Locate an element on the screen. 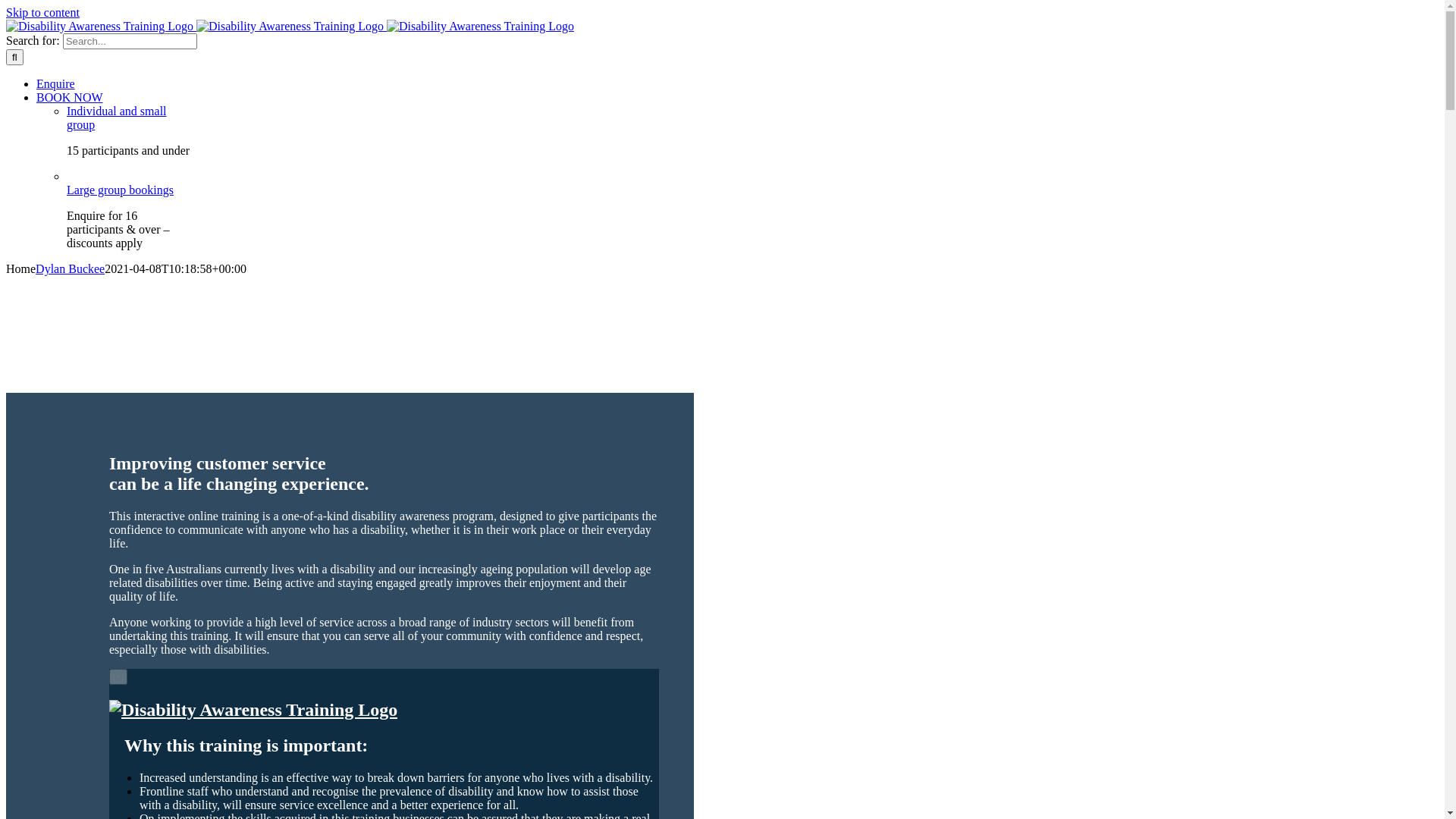  'Individual and small group' is located at coordinates (115, 117).